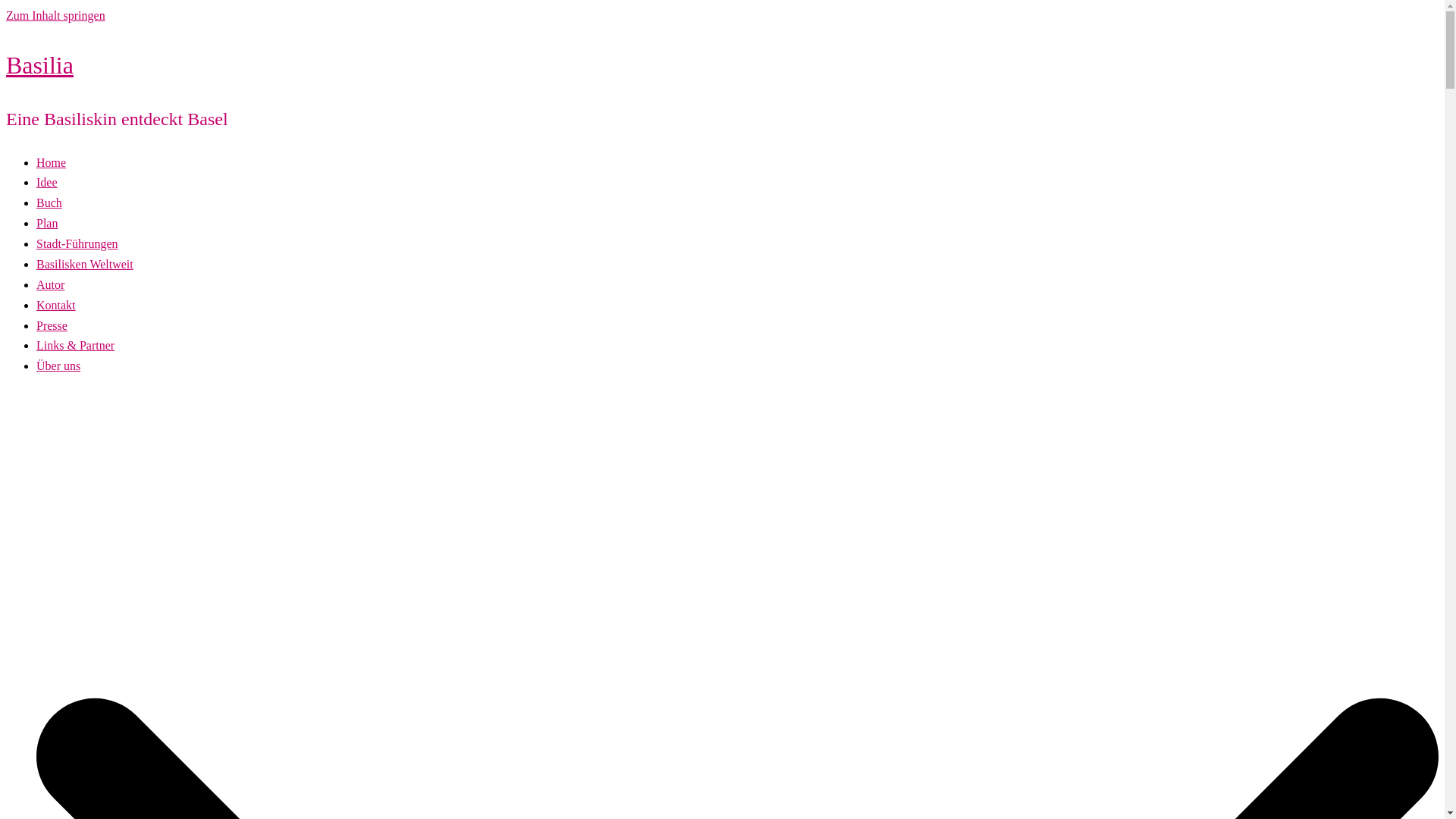 The height and width of the screenshot is (819, 1456). I want to click on 'Plan', so click(47, 223).